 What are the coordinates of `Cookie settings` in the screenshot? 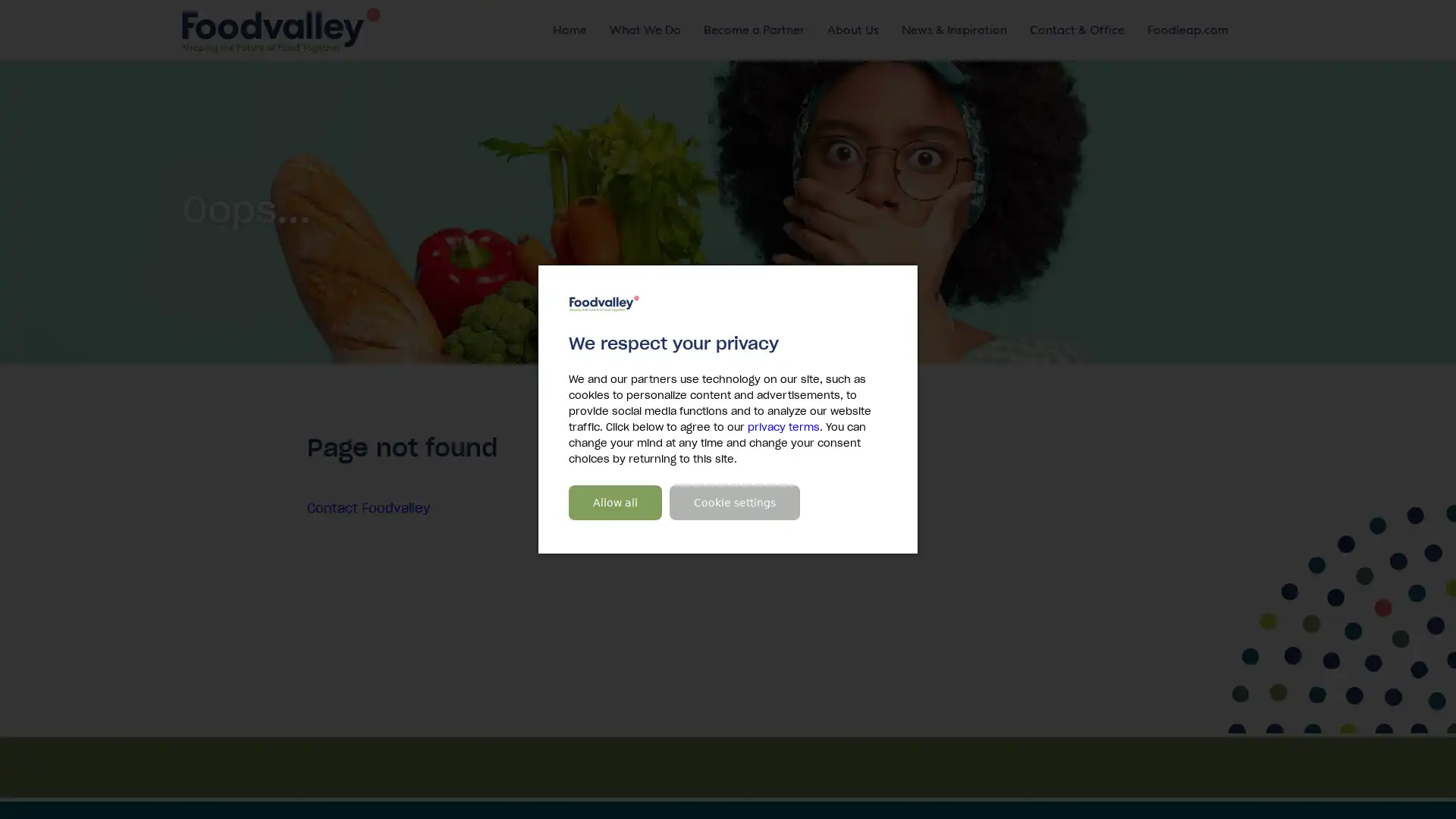 It's located at (735, 503).